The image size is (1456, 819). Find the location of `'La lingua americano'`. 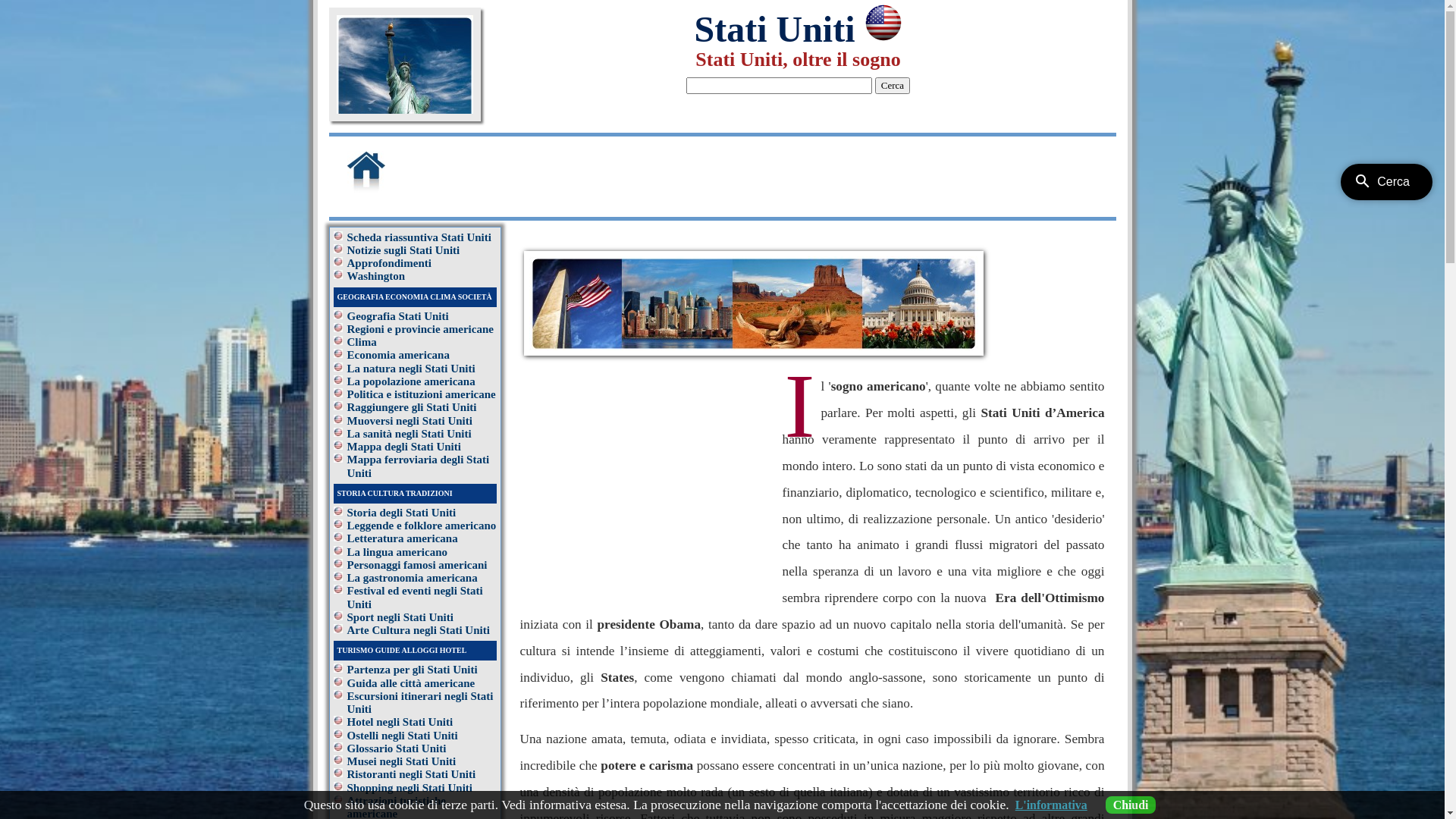

'La lingua americano' is located at coordinates (397, 552).